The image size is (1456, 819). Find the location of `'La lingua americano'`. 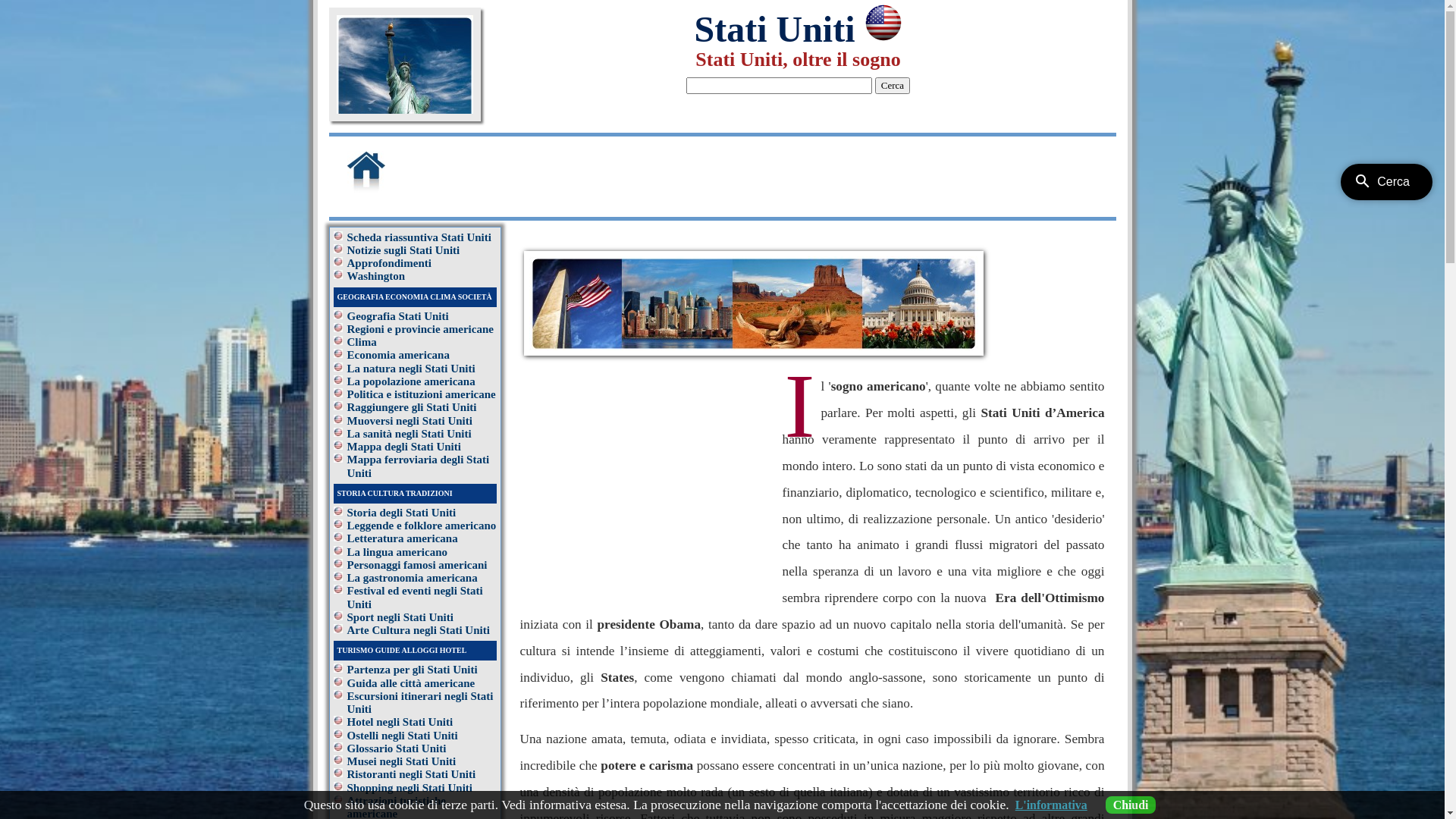

'La lingua americano' is located at coordinates (397, 552).